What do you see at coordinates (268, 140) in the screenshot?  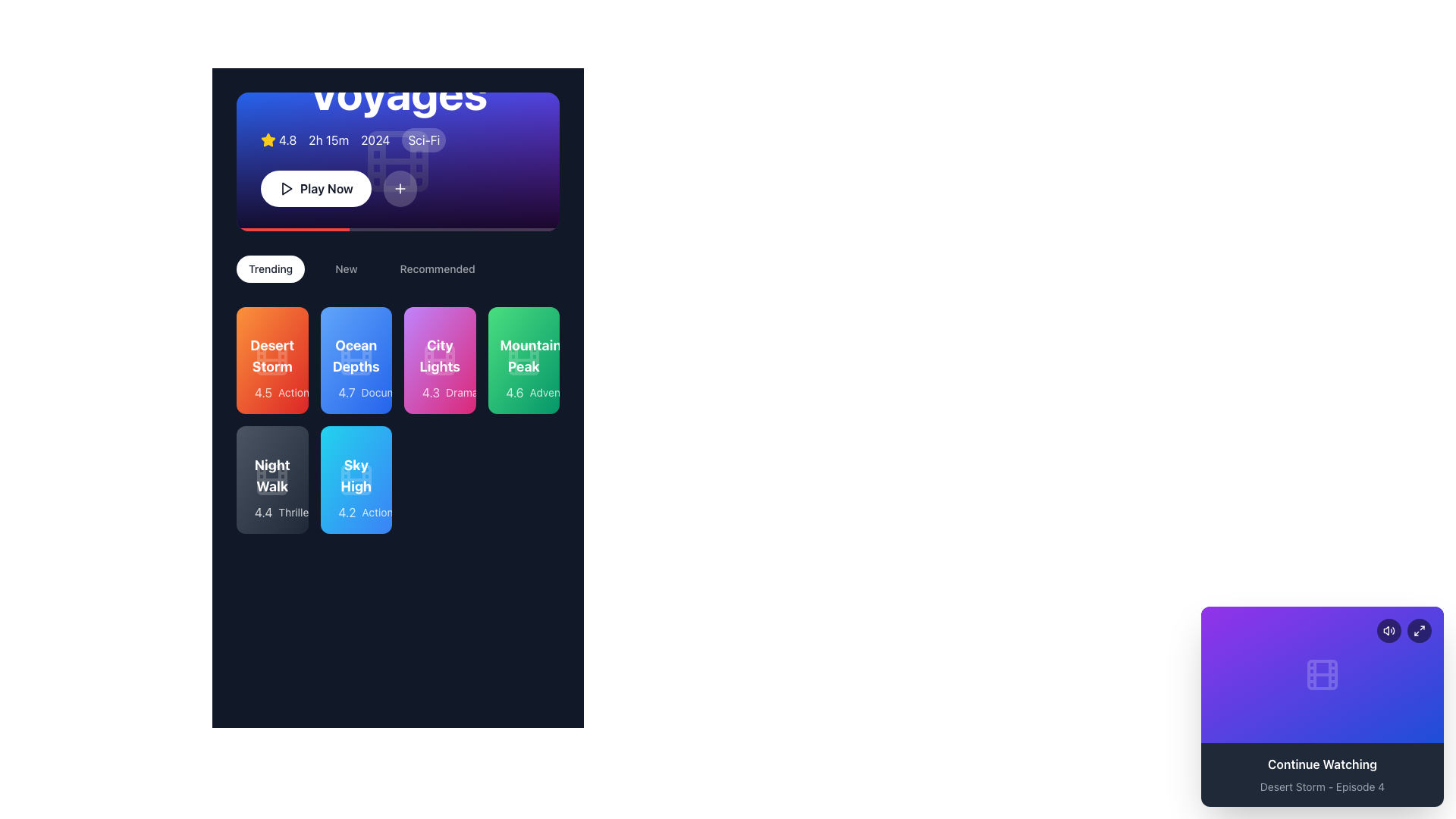 I see `the yellow star-shaped icon located to the left of the numeric rating '4.8' in the upper section of the user interface` at bounding box center [268, 140].